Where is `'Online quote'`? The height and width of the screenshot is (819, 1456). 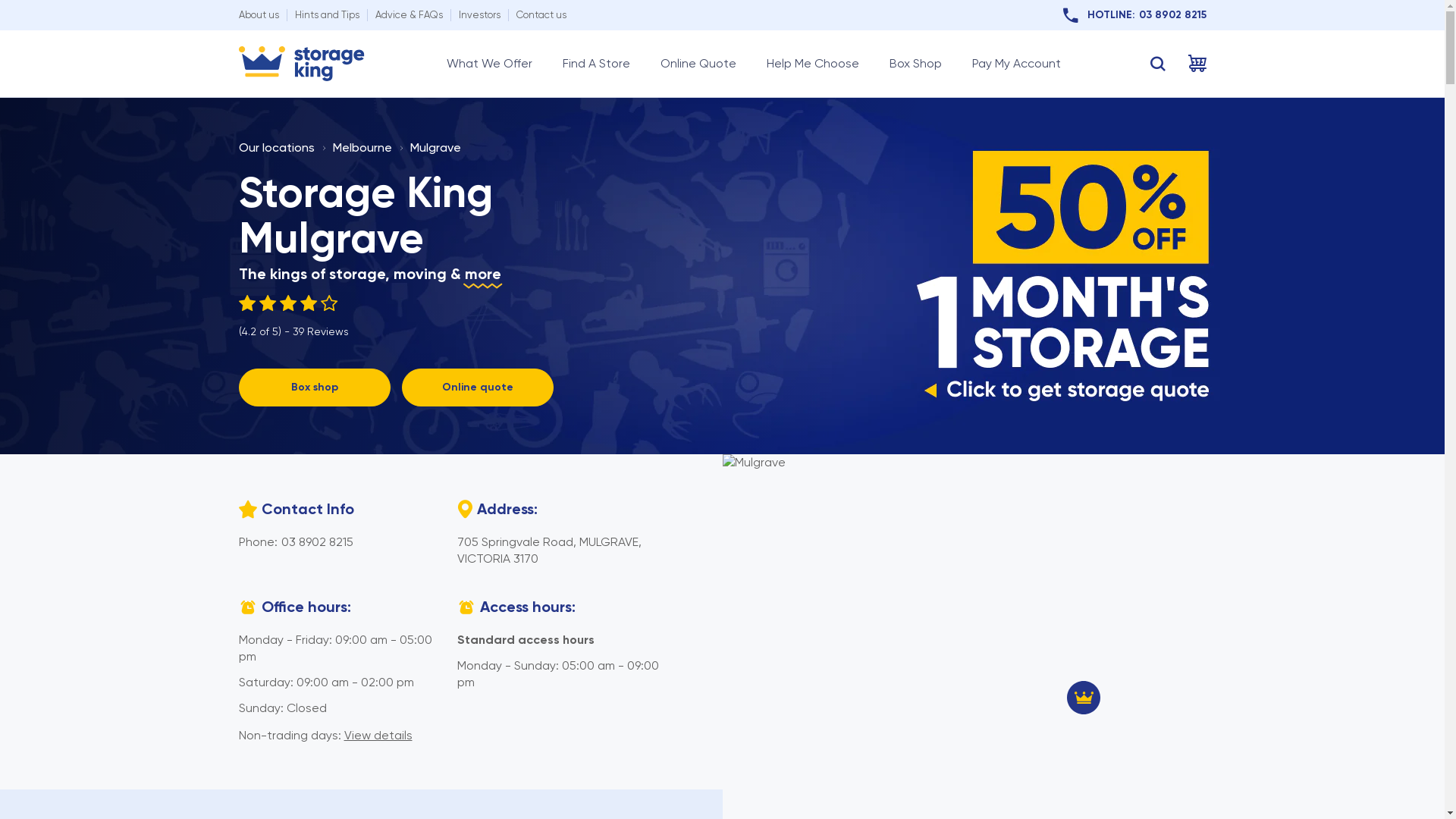
'Online quote' is located at coordinates (476, 386).